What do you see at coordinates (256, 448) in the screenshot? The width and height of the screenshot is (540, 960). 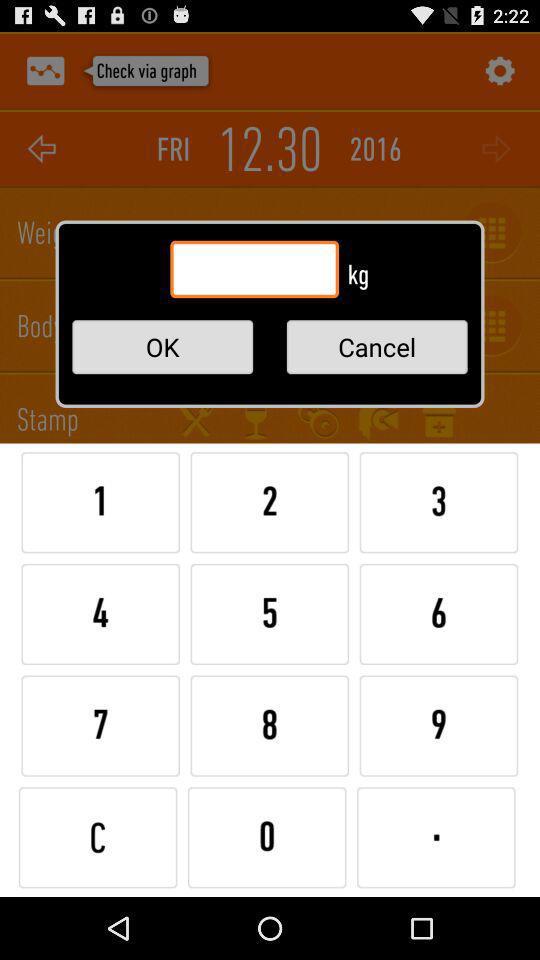 I see `the menu icon` at bounding box center [256, 448].